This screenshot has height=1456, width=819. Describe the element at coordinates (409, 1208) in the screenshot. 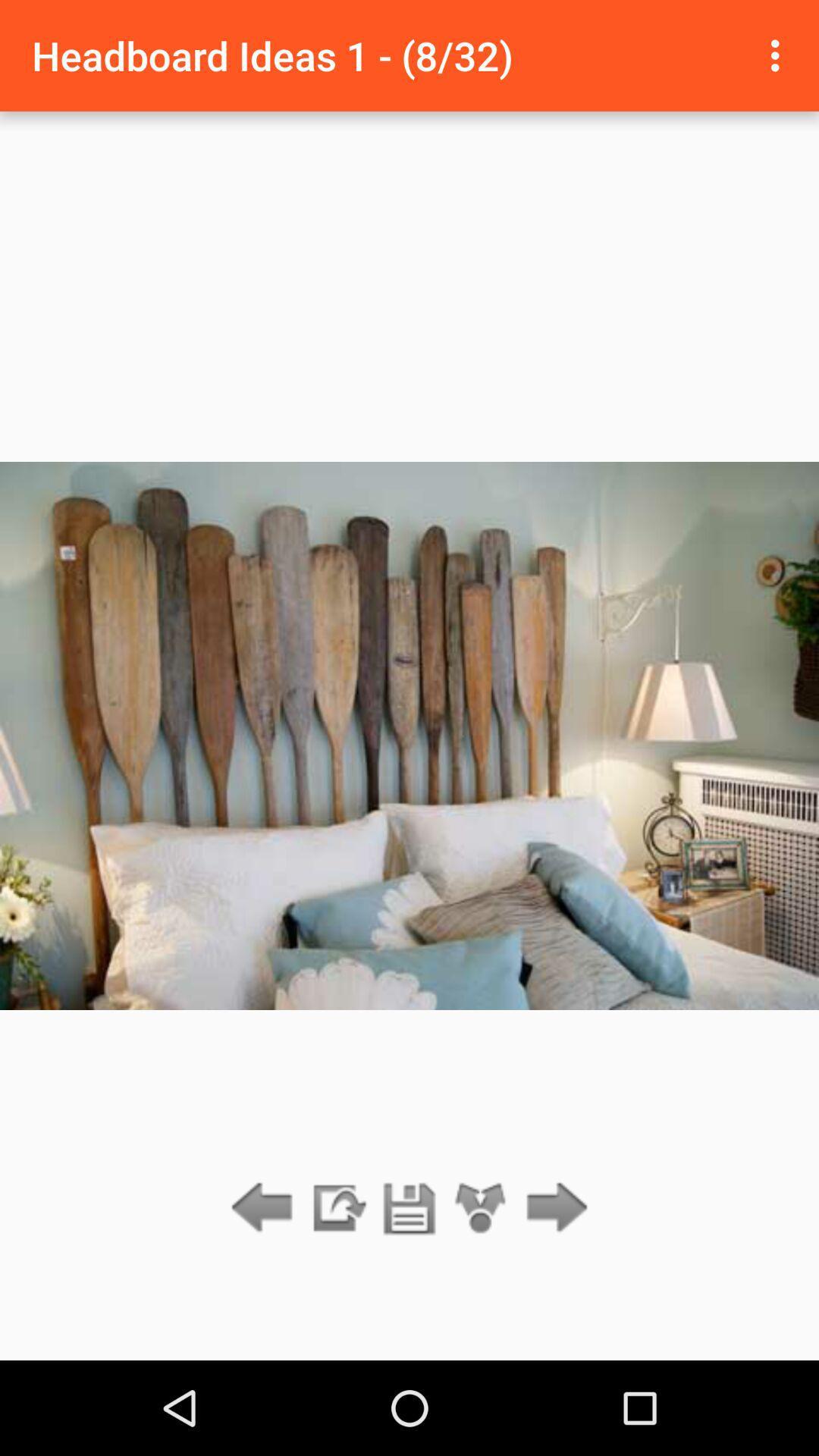

I see `image` at that location.